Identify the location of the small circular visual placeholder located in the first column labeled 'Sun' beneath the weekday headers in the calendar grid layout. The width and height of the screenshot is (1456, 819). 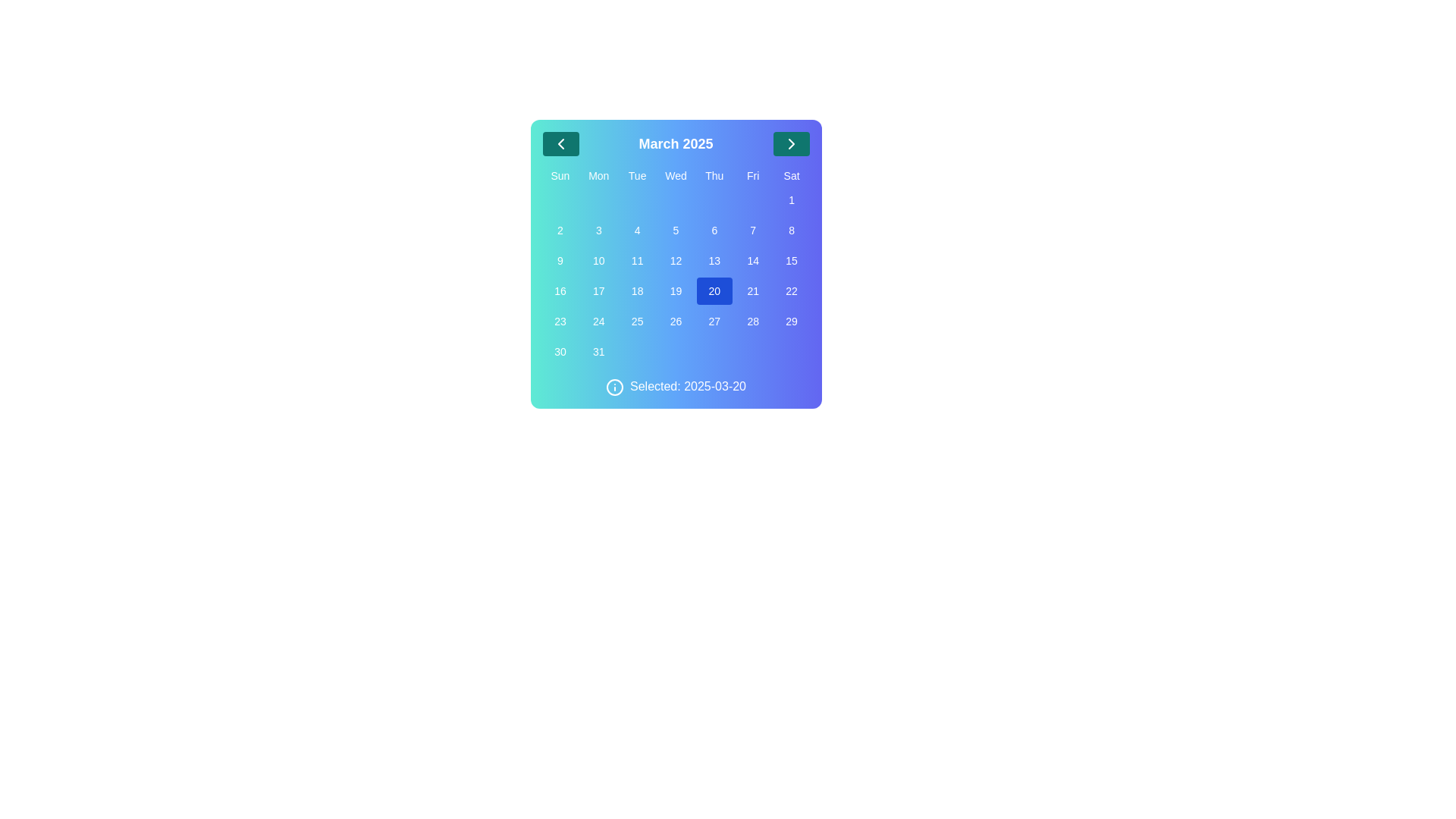
(560, 199).